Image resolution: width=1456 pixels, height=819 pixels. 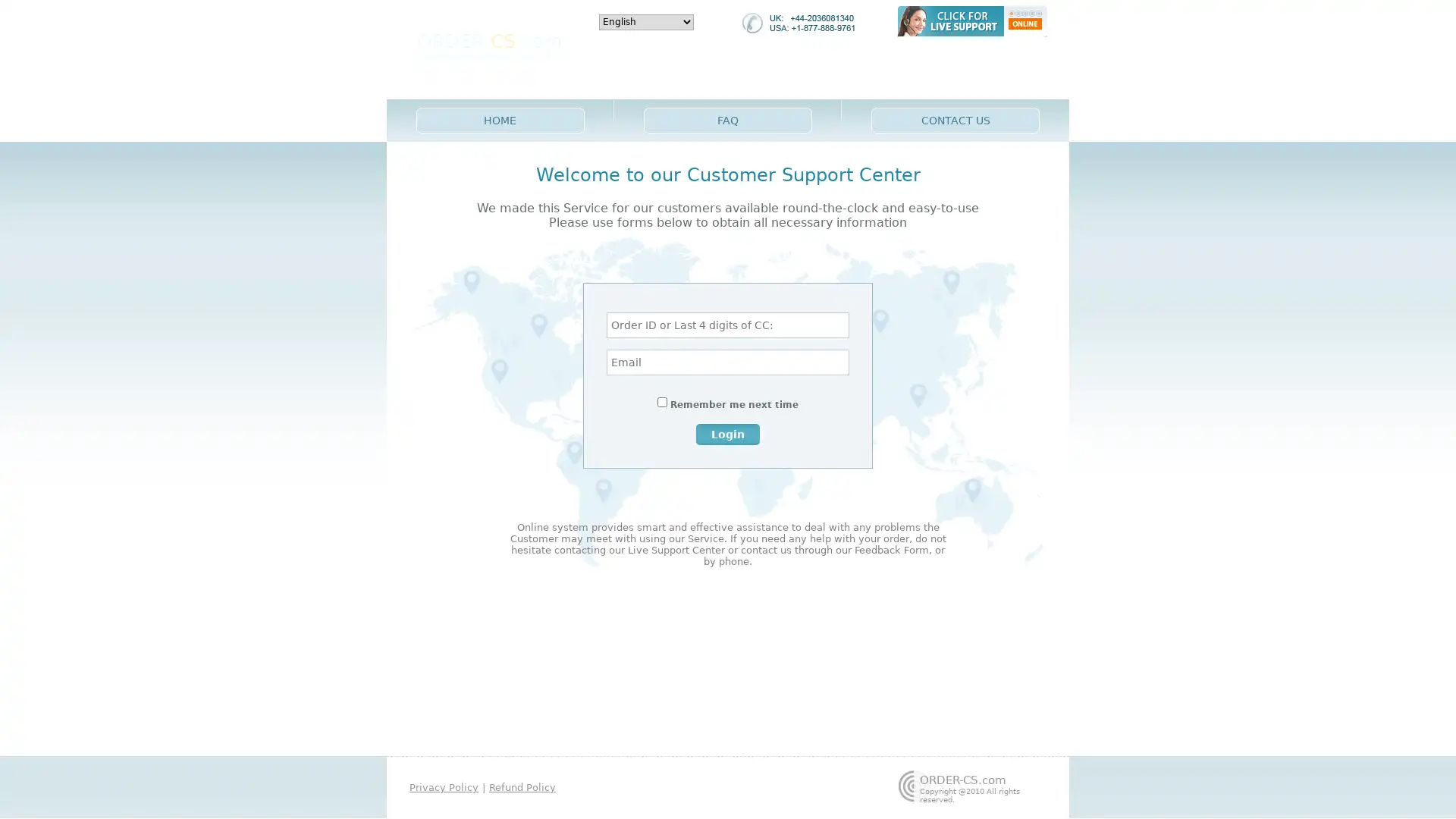 I want to click on Login, so click(x=728, y=433).